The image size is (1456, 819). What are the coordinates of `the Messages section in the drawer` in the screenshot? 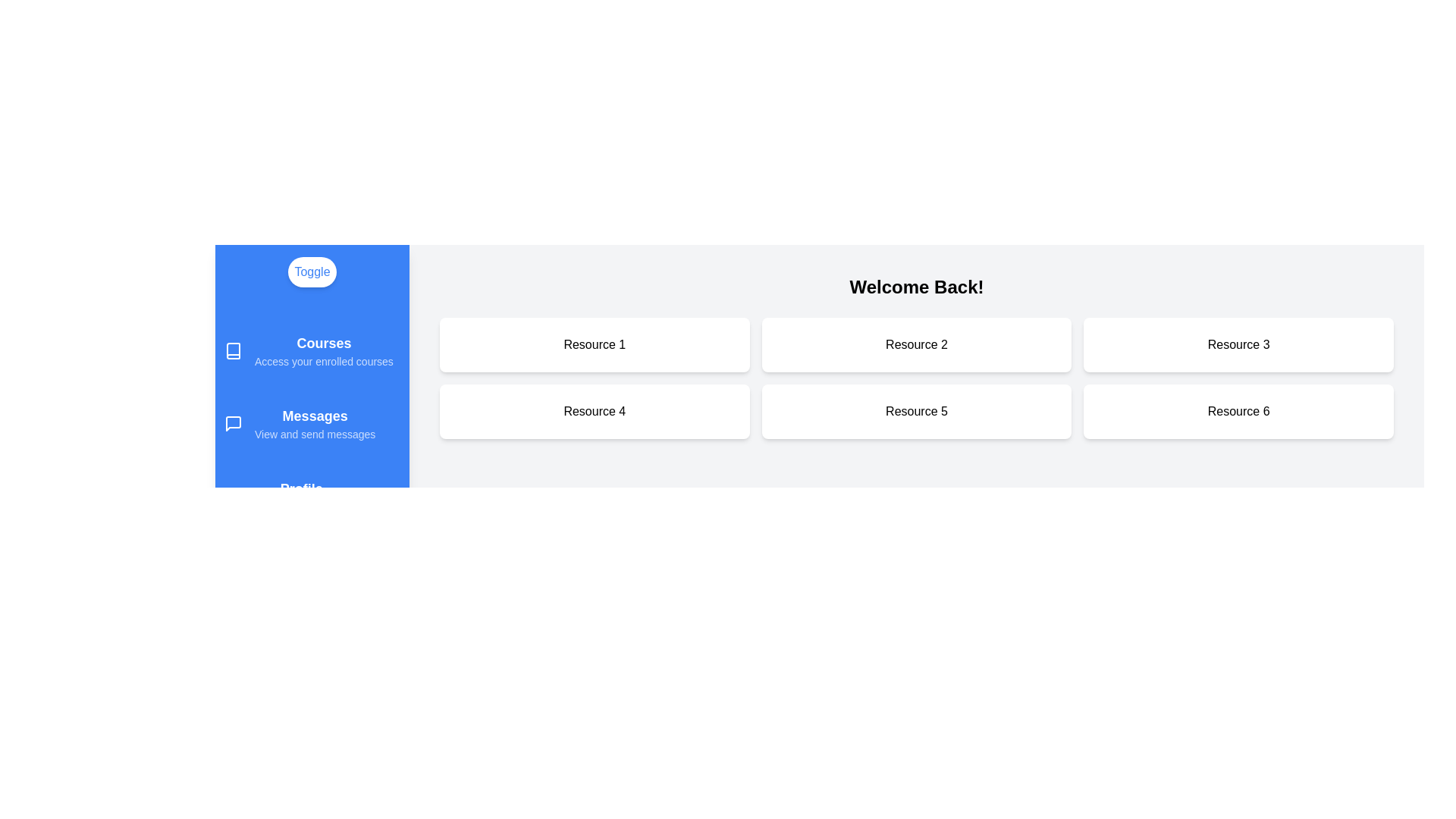 It's located at (312, 424).